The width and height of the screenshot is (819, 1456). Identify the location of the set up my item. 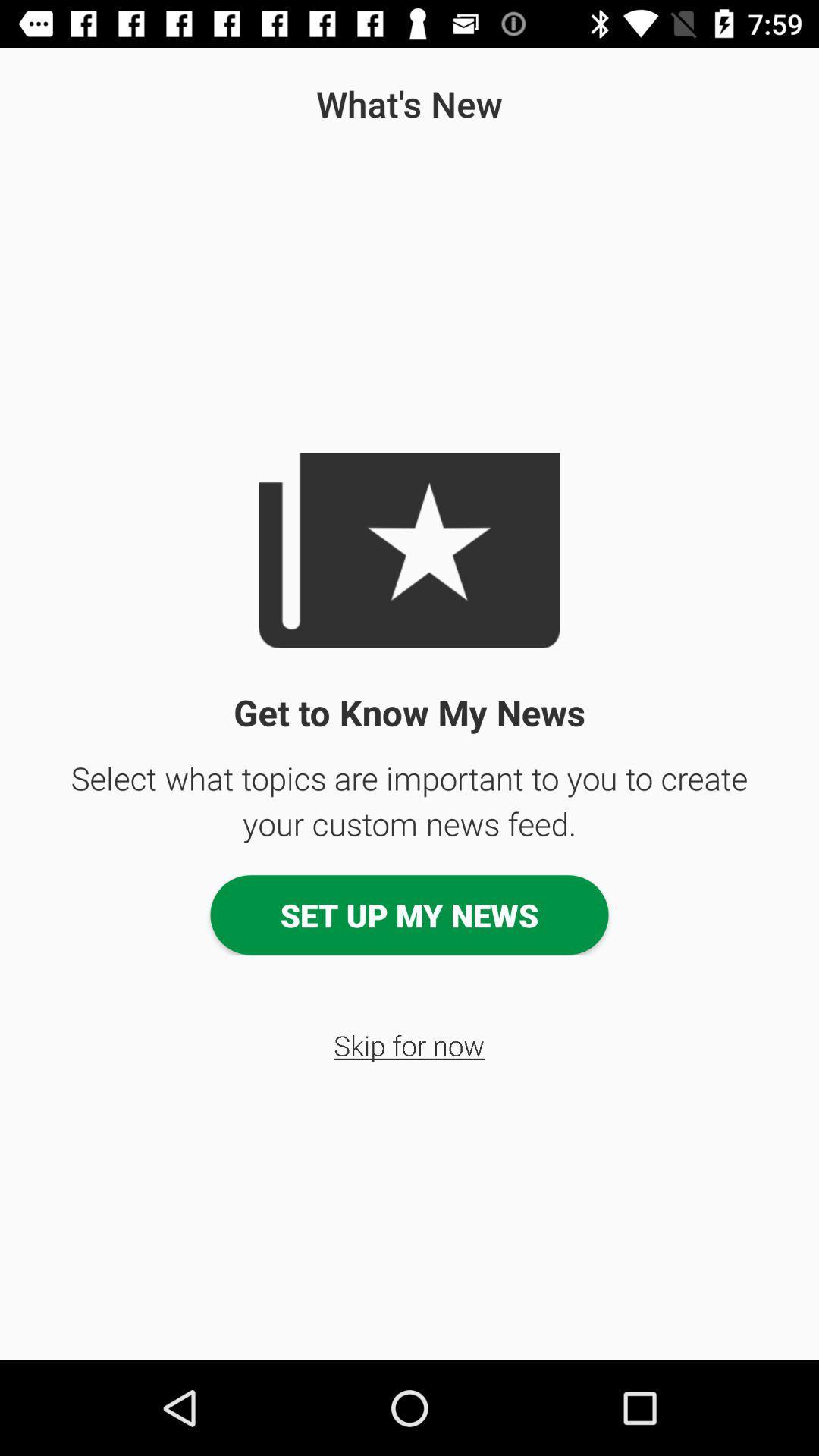
(409, 914).